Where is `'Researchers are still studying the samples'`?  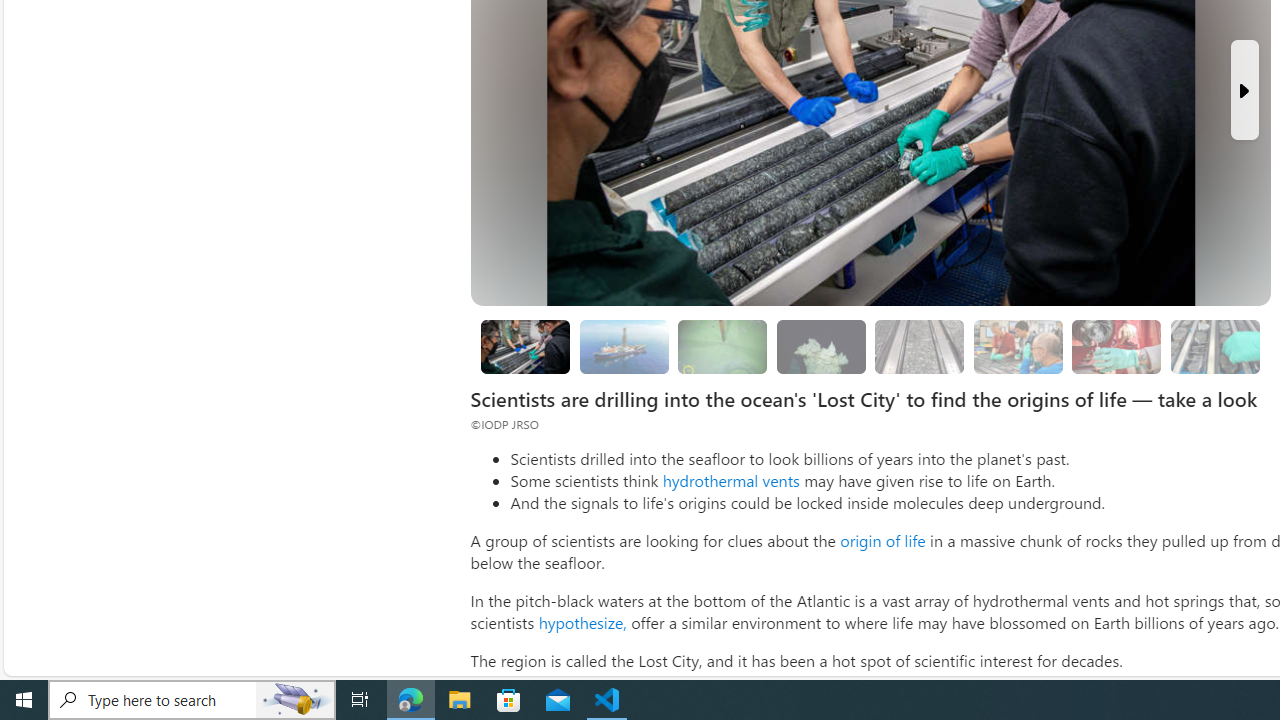
'Researchers are still studying the samples' is located at coordinates (1213, 345).